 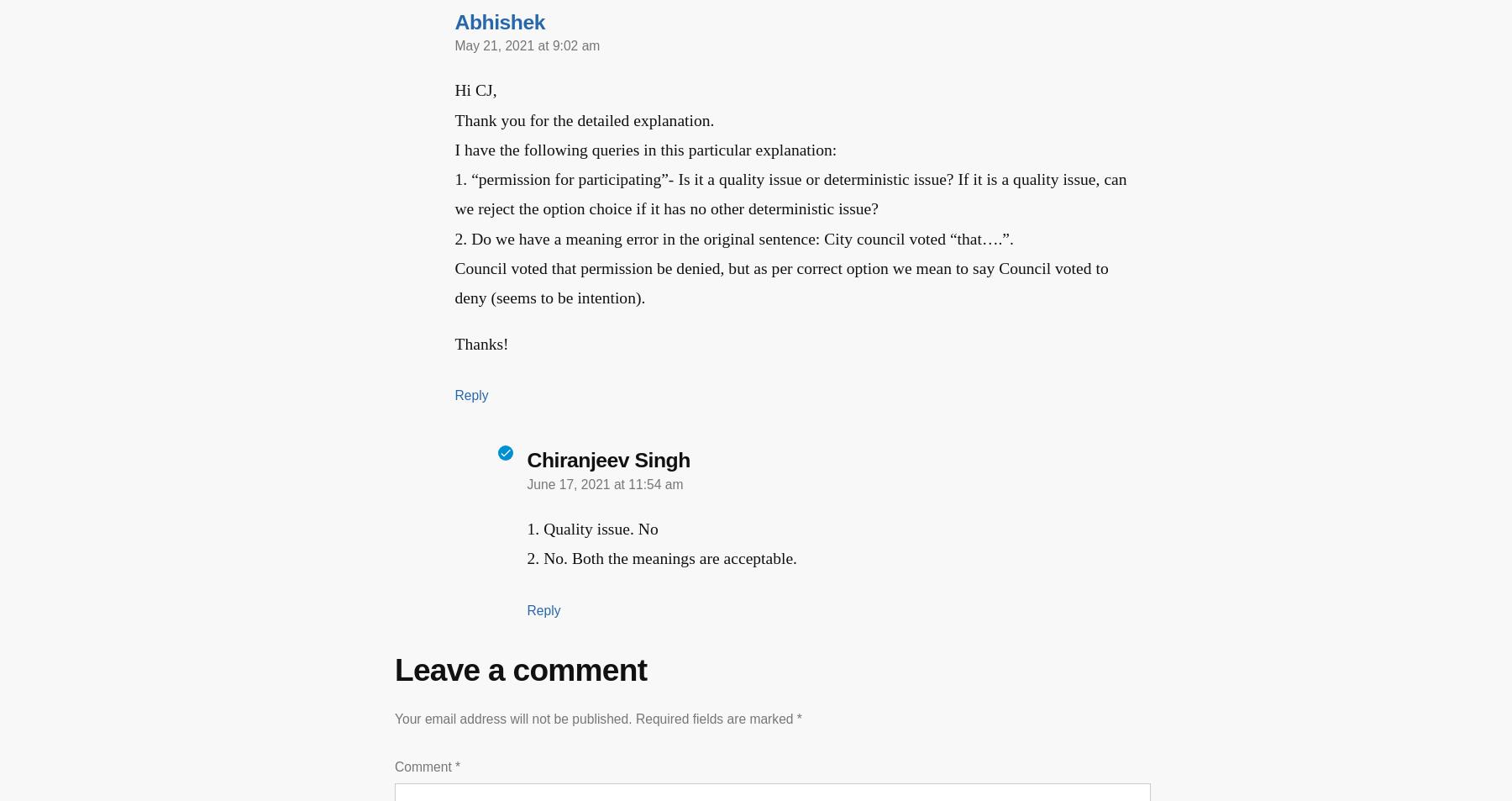 I want to click on 'Abhishek', so click(x=454, y=19).